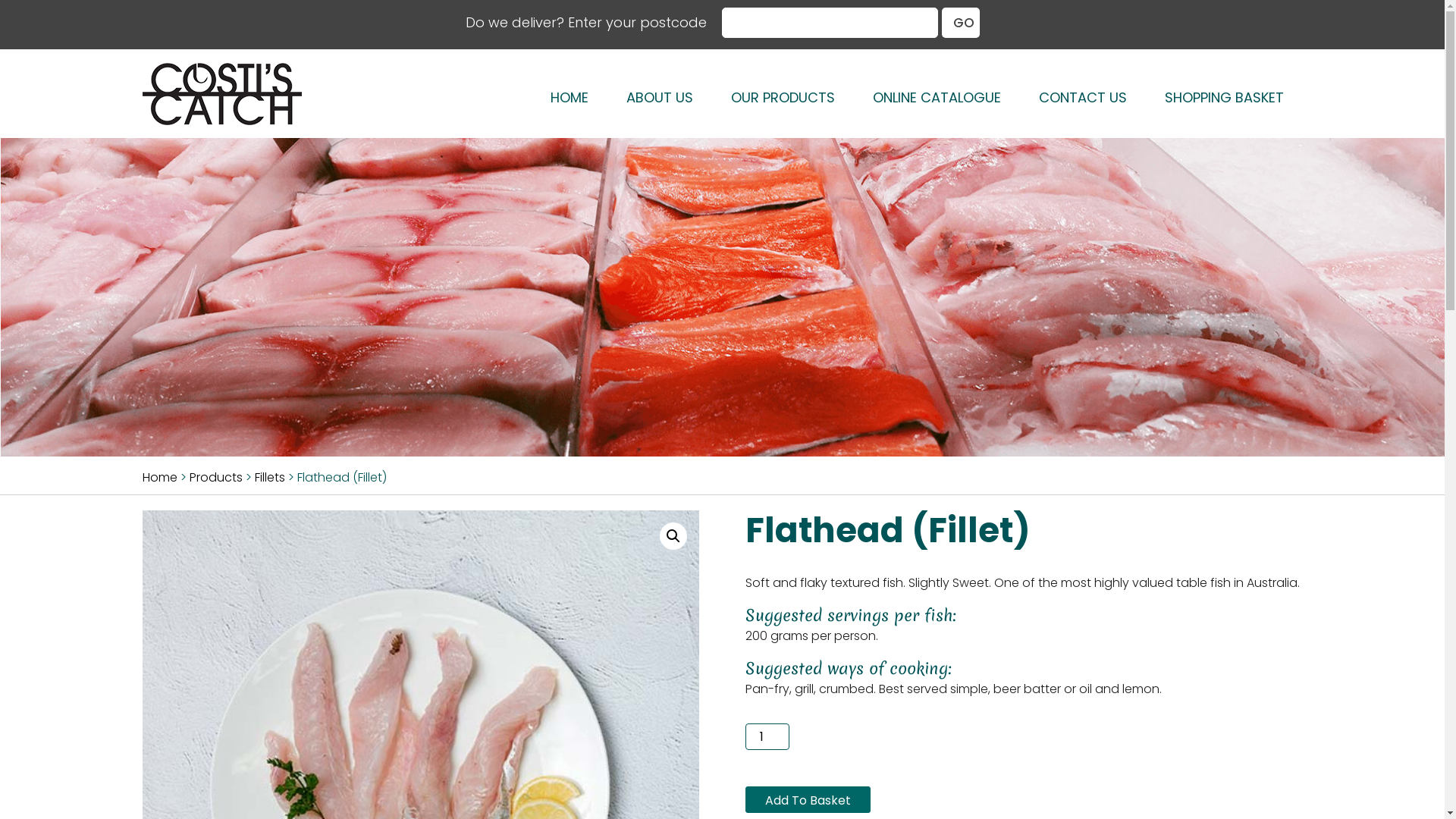  Describe the element at coordinates (936, 97) in the screenshot. I see `'ONLINE CATALOGUE'` at that location.